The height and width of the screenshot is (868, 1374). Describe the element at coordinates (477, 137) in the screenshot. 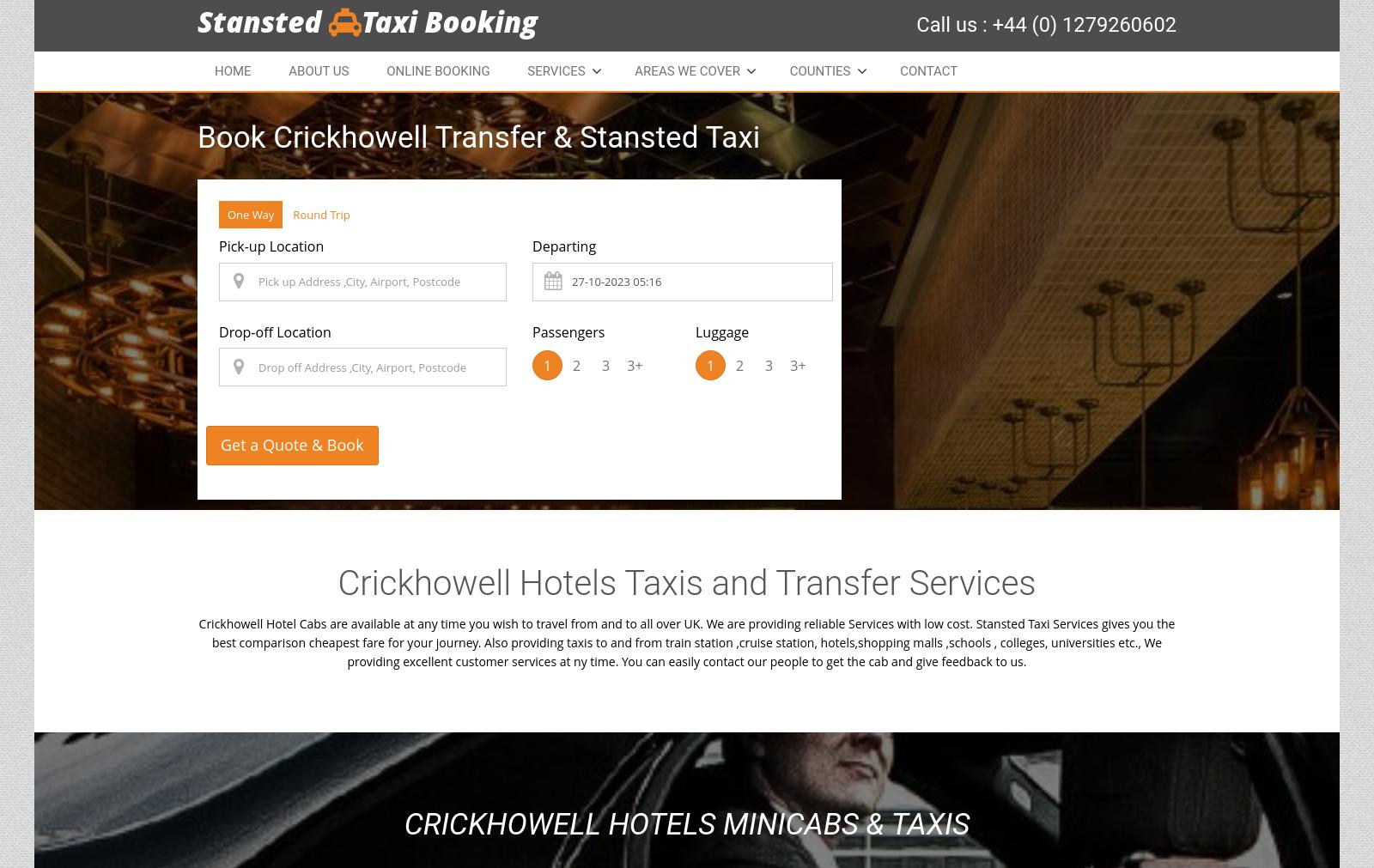

I see `'Book Crickhowell transfer & Stansted Taxi'` at that location.